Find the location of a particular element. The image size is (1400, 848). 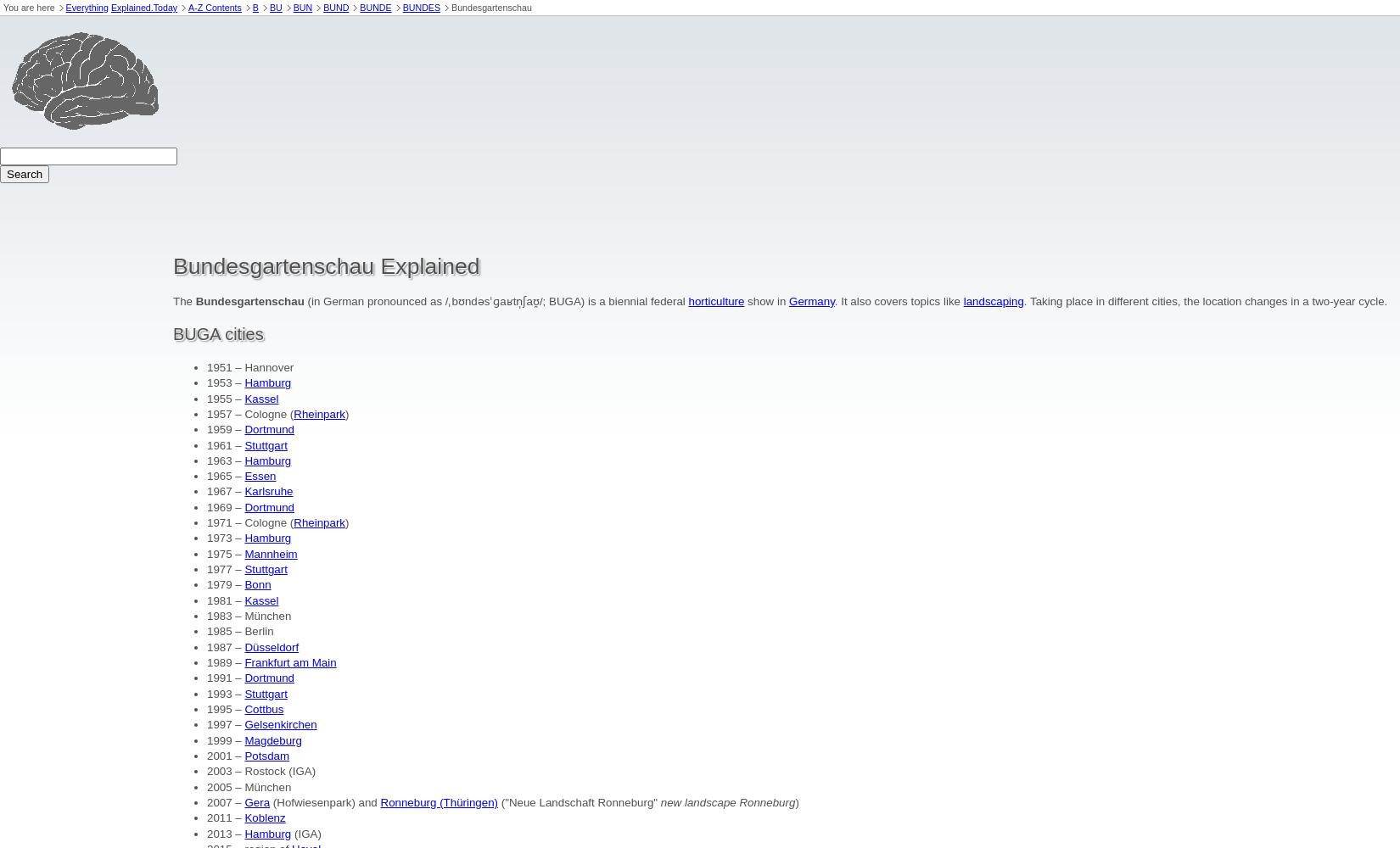

'BUND' is located at coordinates (336, 8).